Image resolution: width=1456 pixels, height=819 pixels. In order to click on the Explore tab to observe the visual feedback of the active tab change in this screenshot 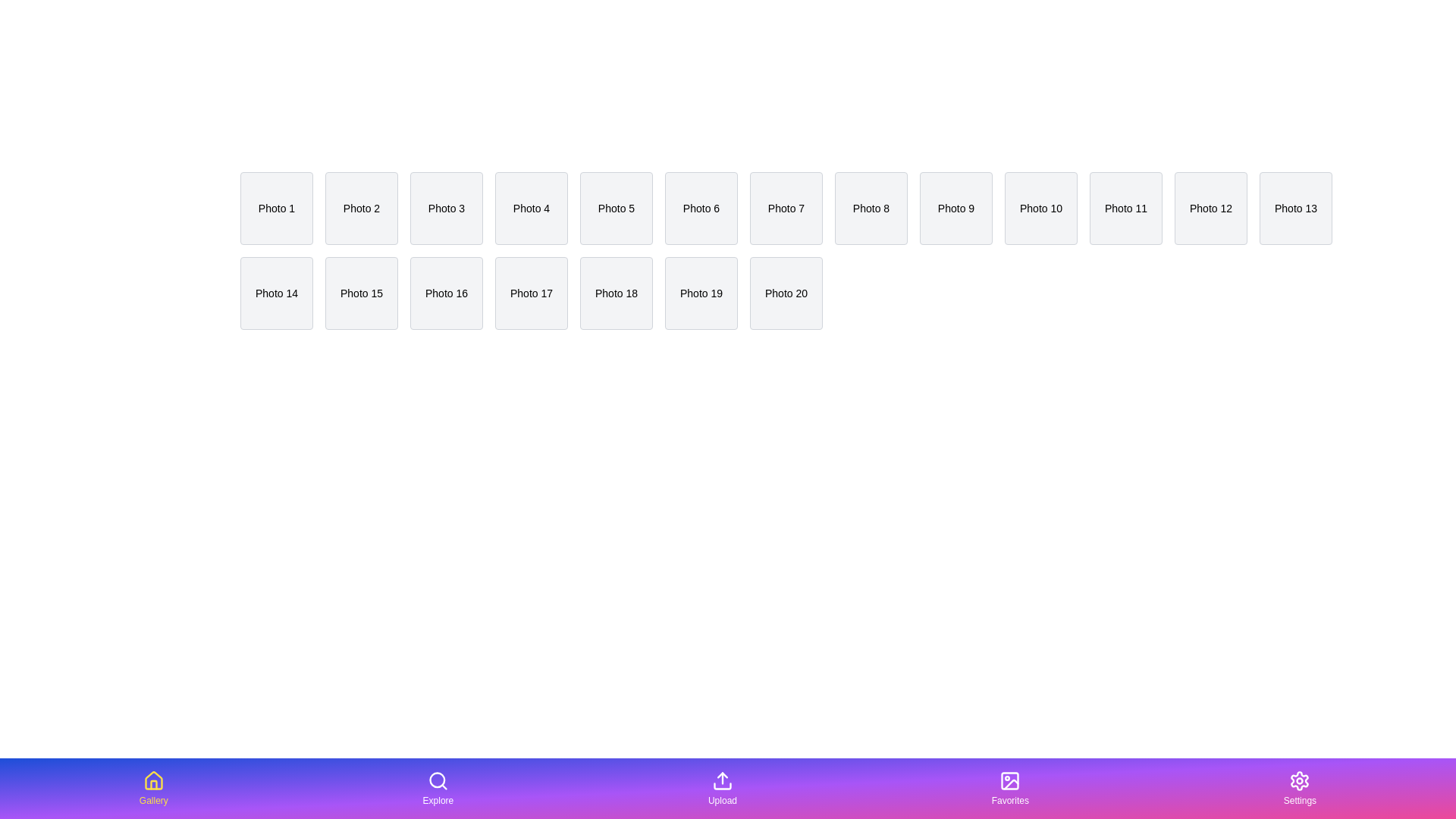, I will do `click(436, 788)`.